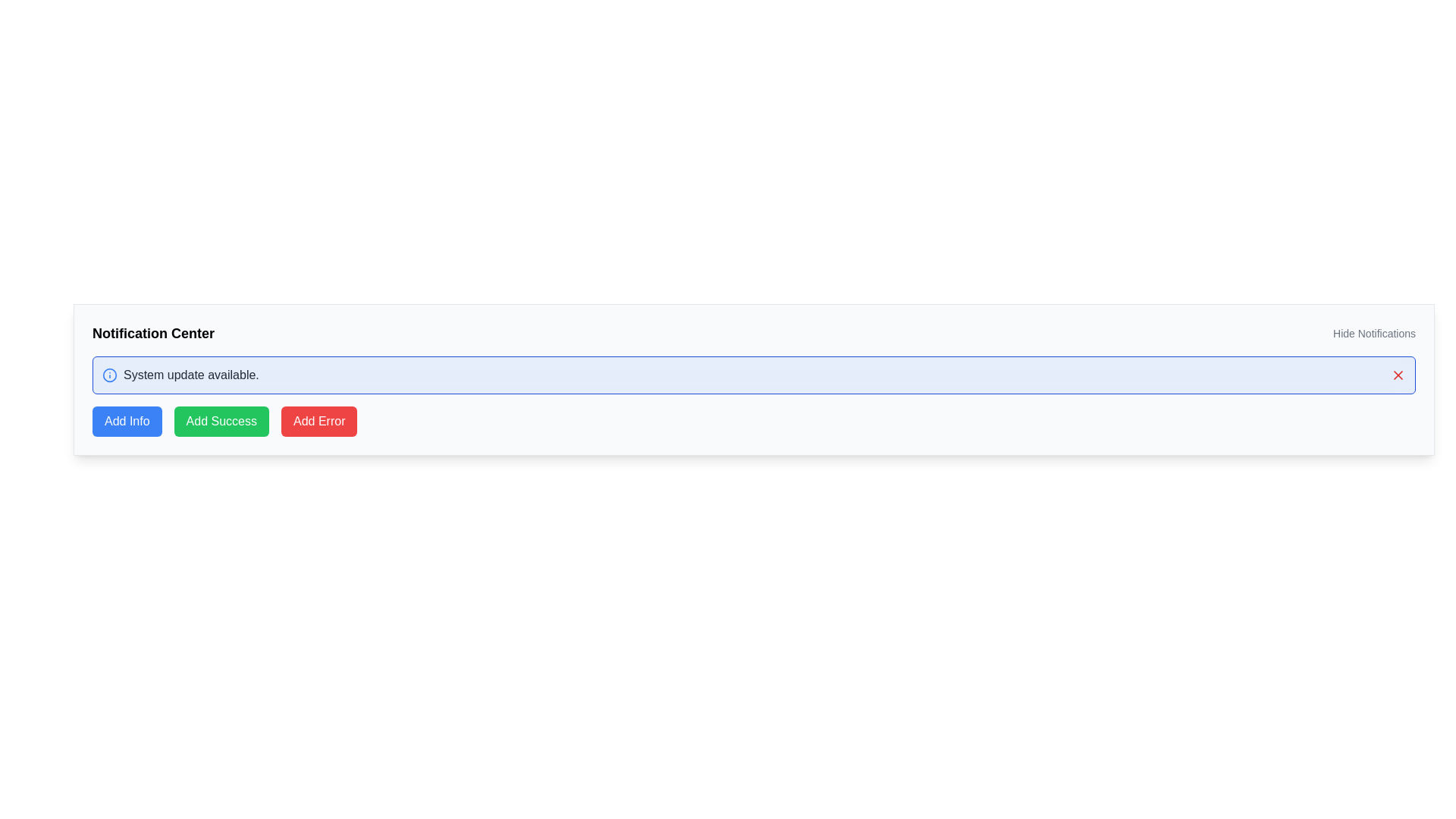 The image size is (1456, 819). I want to click on the informational icon indicating 'System update available.' which is positioned to the left of the text, so click(108, 375).